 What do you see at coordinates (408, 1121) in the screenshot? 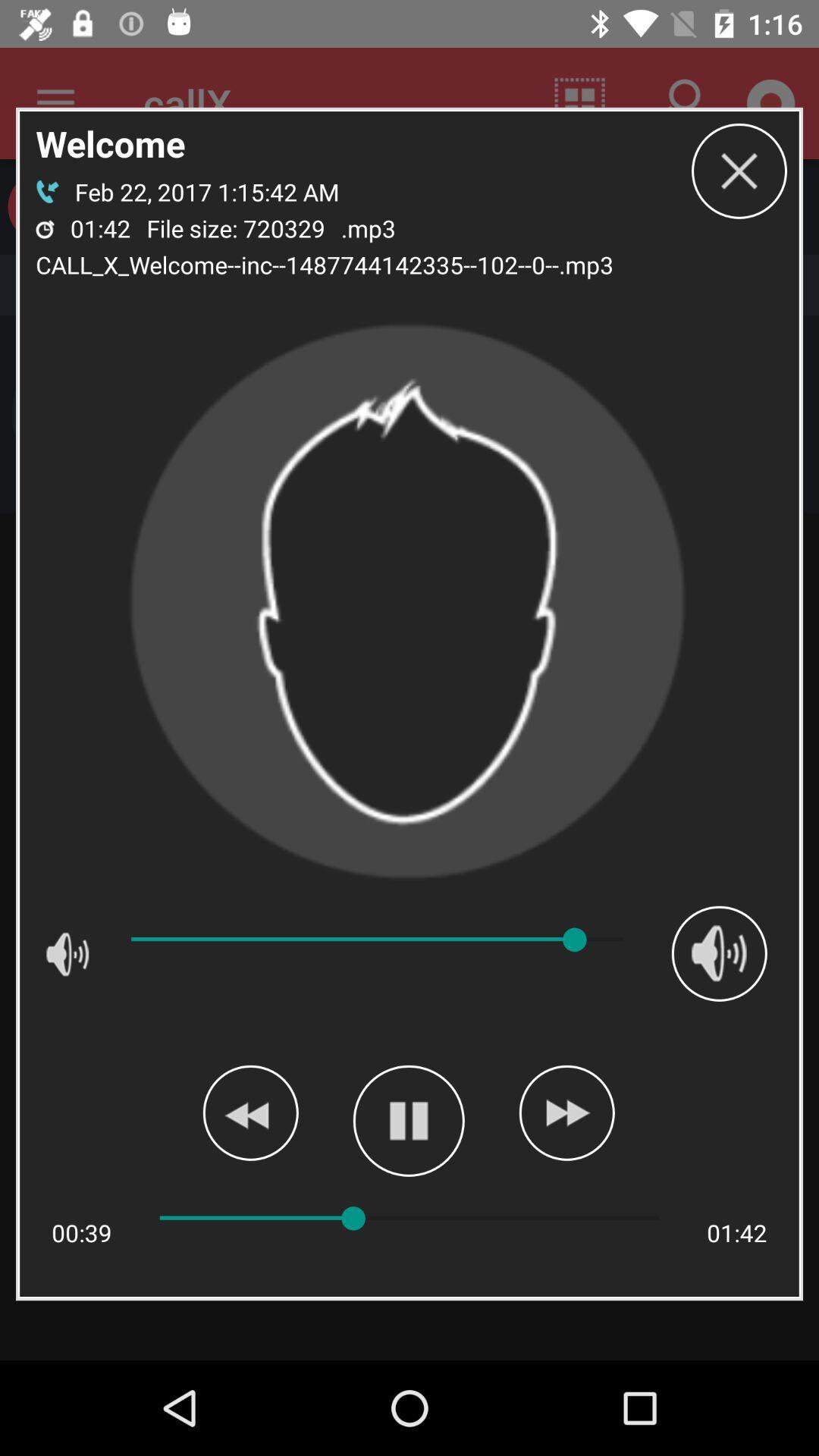
I see `pause audio` at bounding box center [408, 1121].